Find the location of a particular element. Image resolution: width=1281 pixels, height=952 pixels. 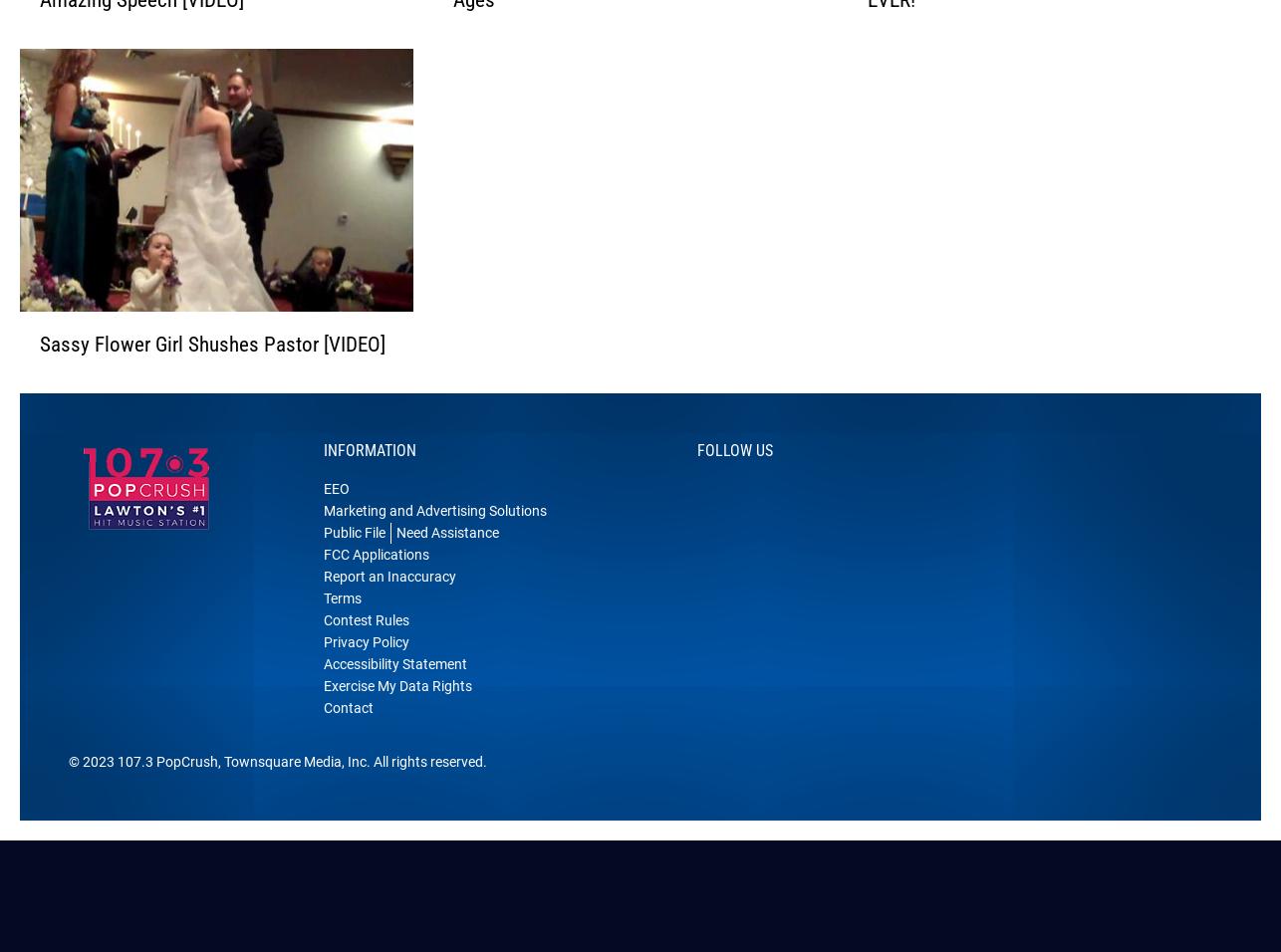

'. All rights reserved.' is located at coordinates (425, 786).